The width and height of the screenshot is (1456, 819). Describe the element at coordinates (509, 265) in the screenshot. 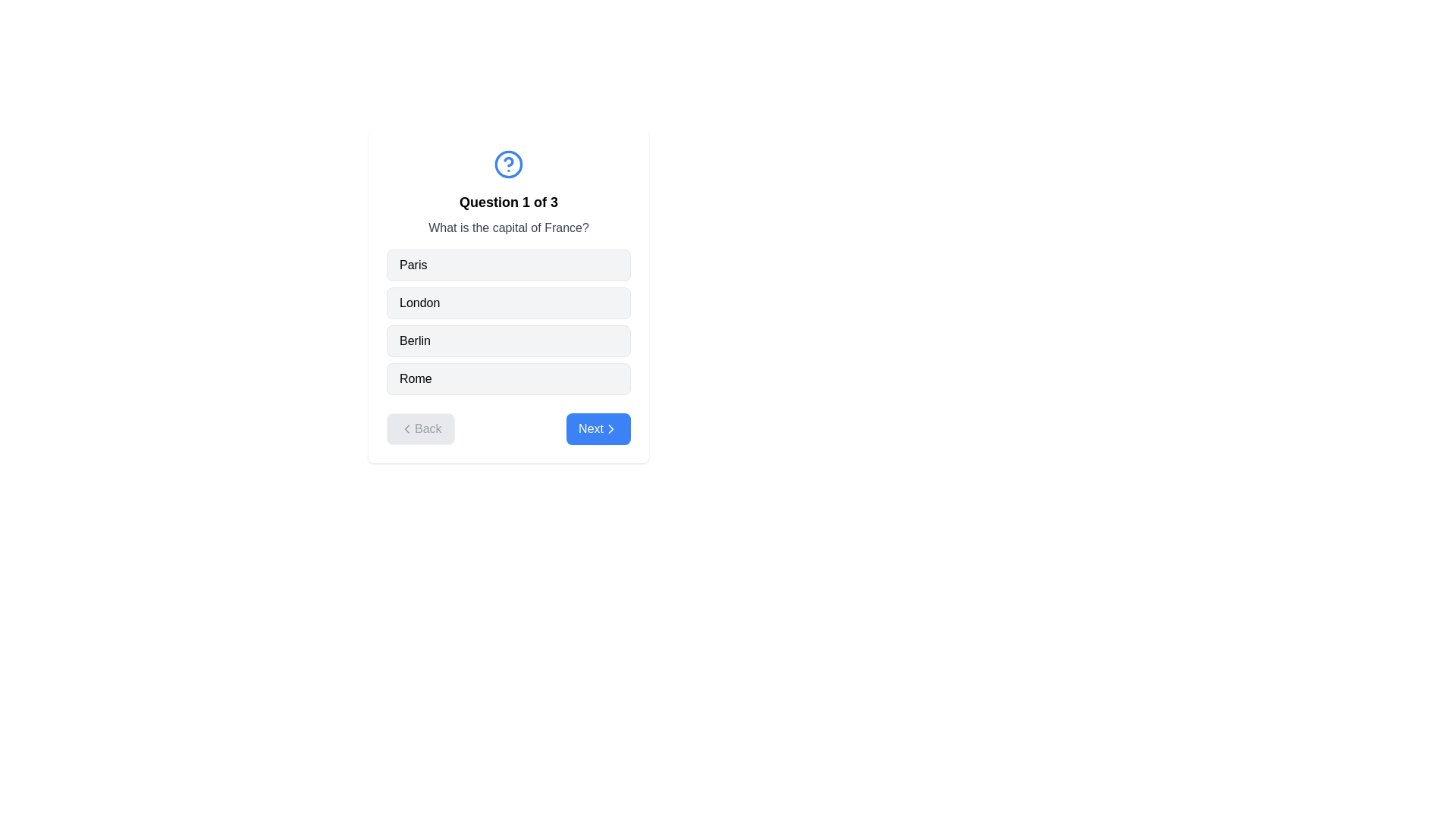

I see `the button labeled 'Paris', which is the first option in a vertical list of buttons with a light gray background and rounded corners` at that location.